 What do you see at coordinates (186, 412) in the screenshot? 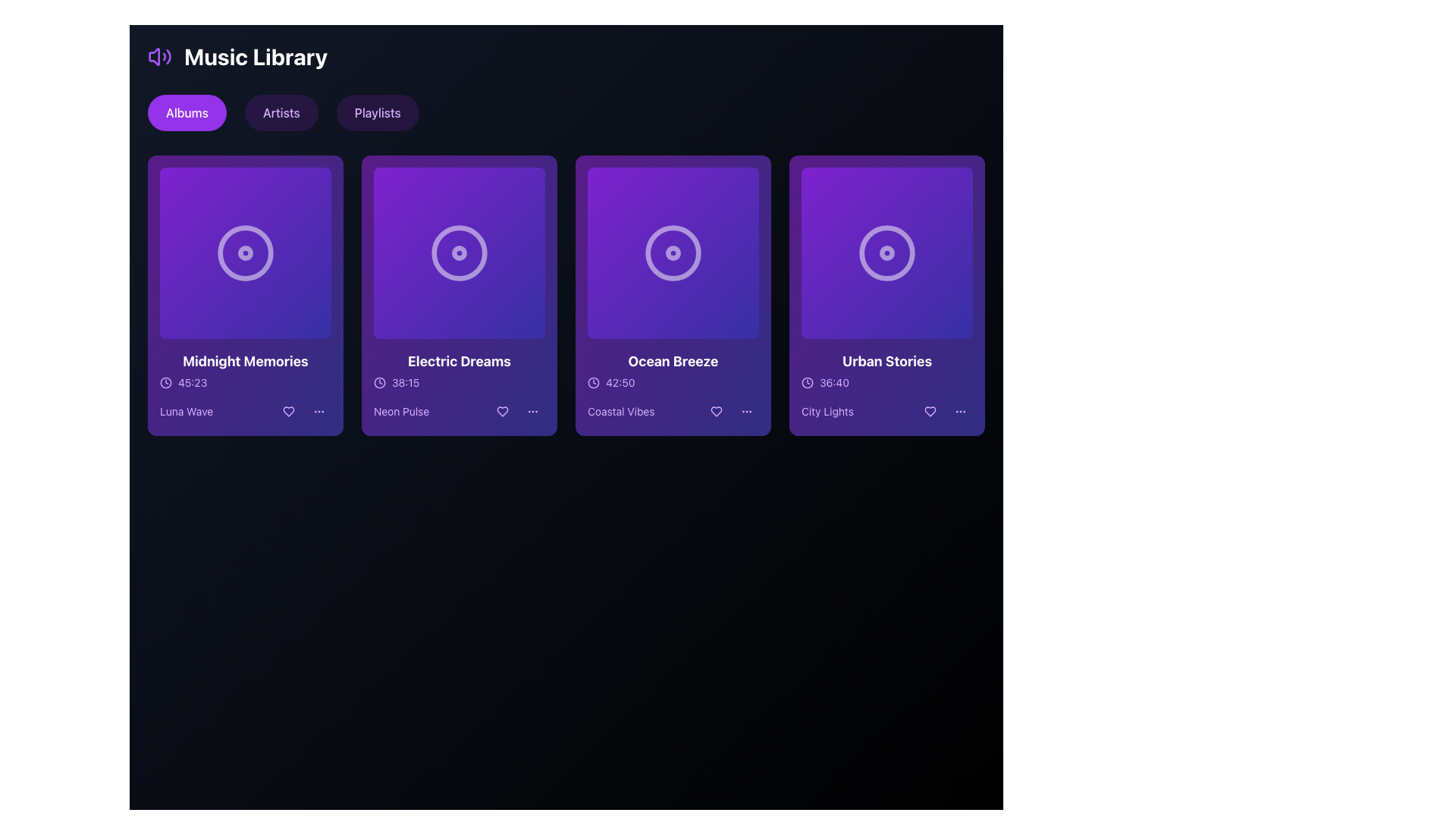
I see `the Text label that serves as a subtitle for the card displaying 'Midnight Memories', located at the bottom-left corner of the first column in a grid of four cards` at bounding box center [186, 412].